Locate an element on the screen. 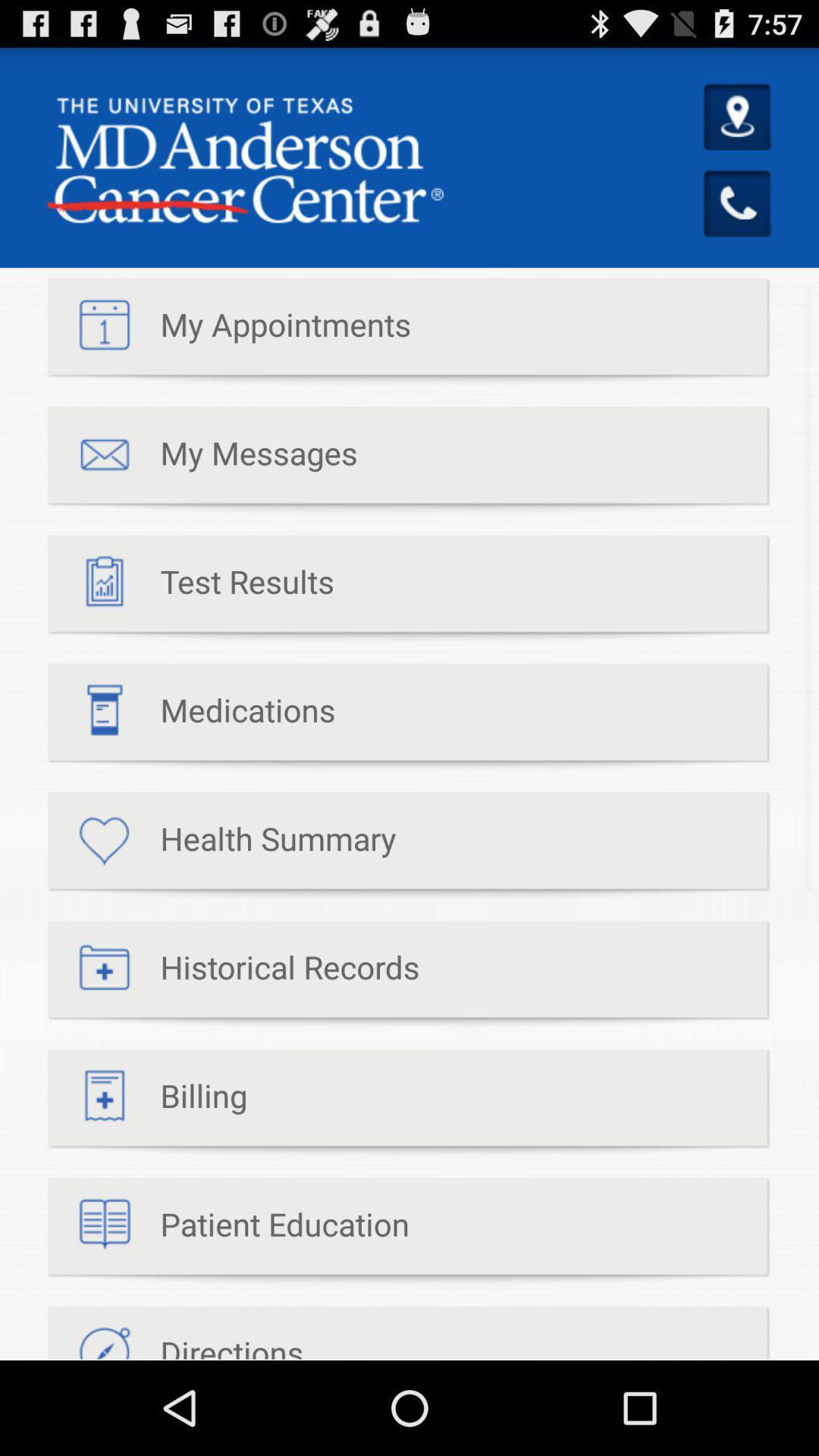  the item above test results icon is located at coordinates (202, 460).